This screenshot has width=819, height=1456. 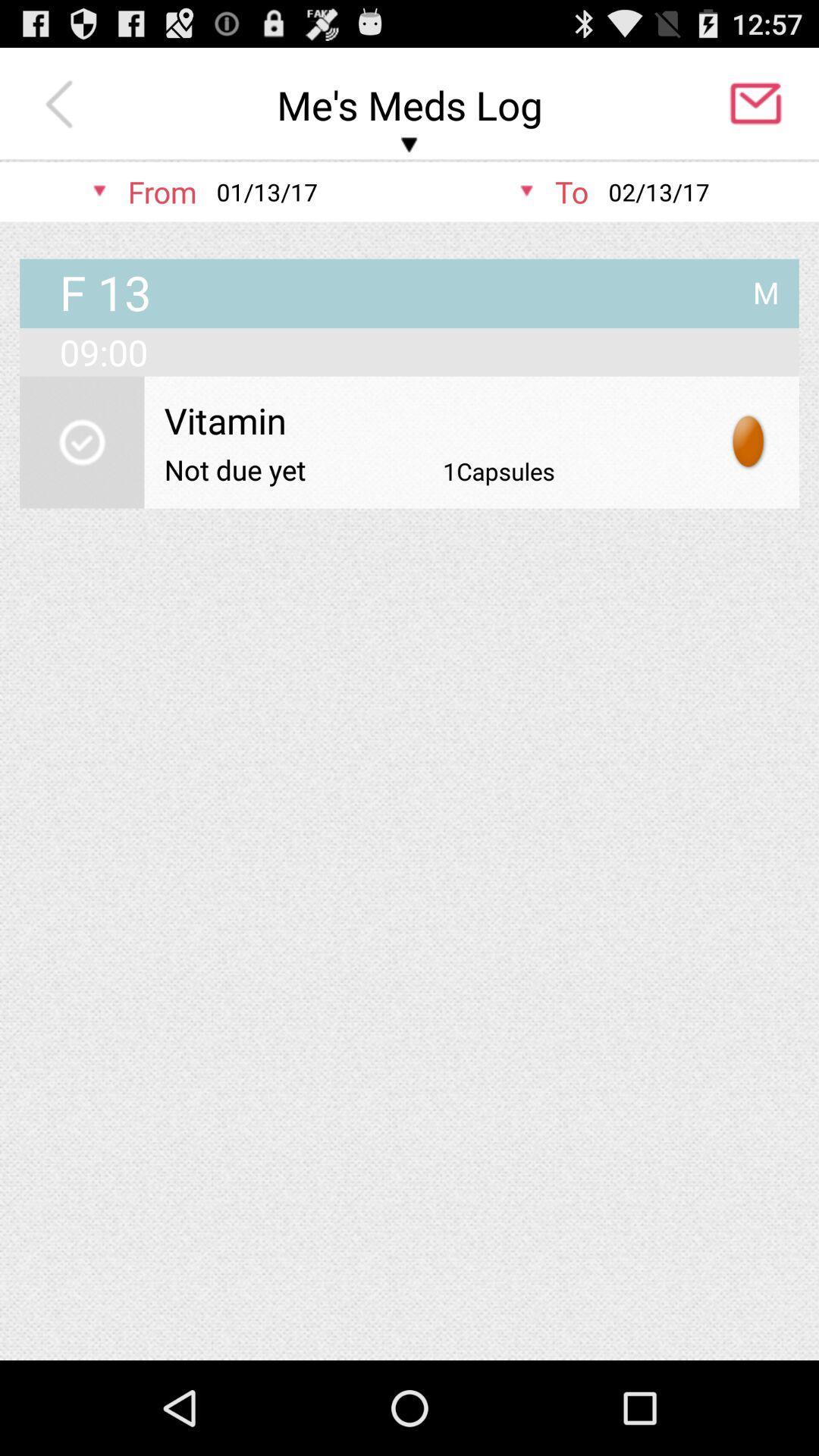 What do you see at coordinates (105, 294) in the screenshot?
I see `the item next to the m icon` at bounding box center [105, 294].